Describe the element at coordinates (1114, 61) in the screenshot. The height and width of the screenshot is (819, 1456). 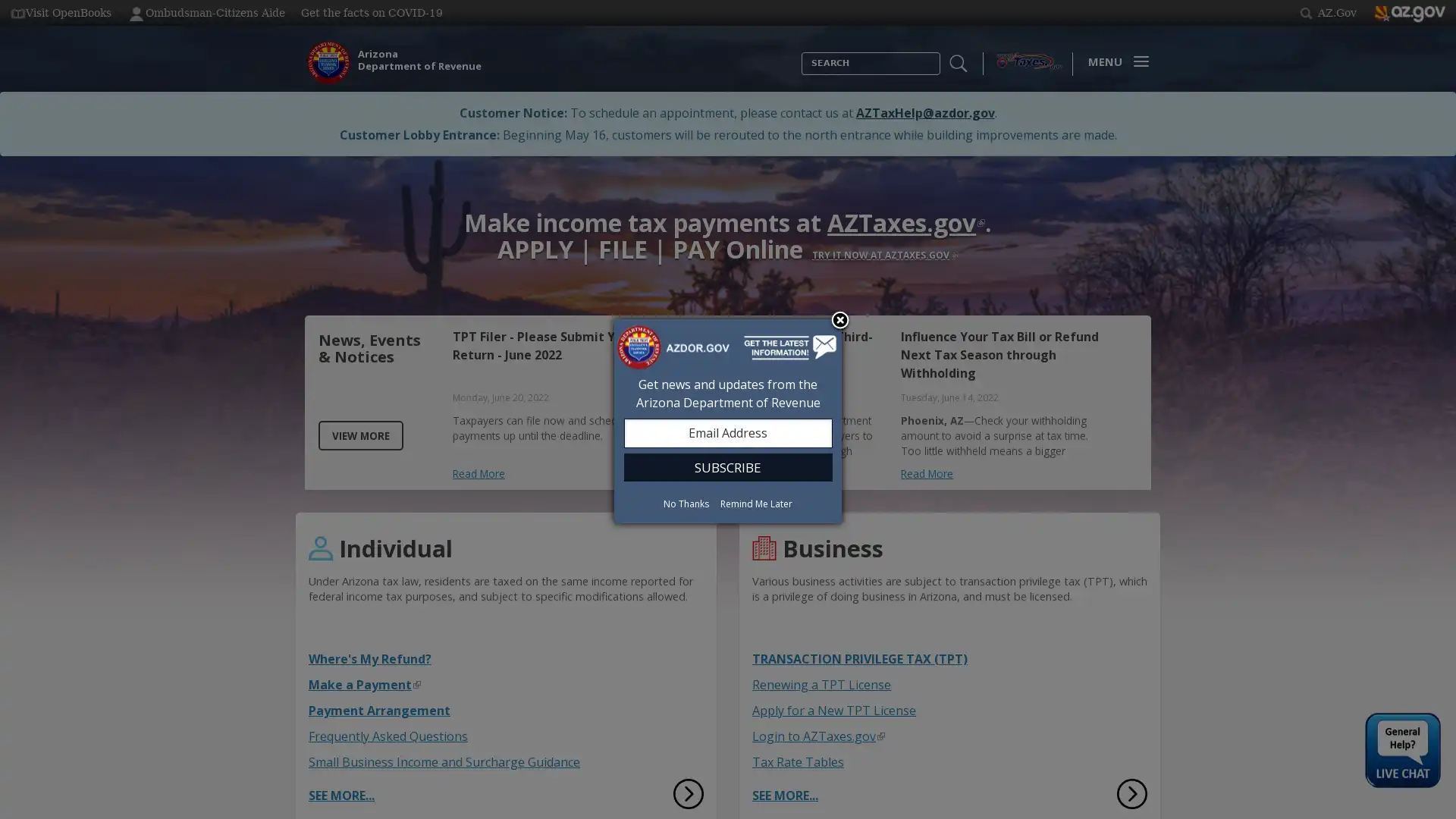
I see `MENU` at that location.